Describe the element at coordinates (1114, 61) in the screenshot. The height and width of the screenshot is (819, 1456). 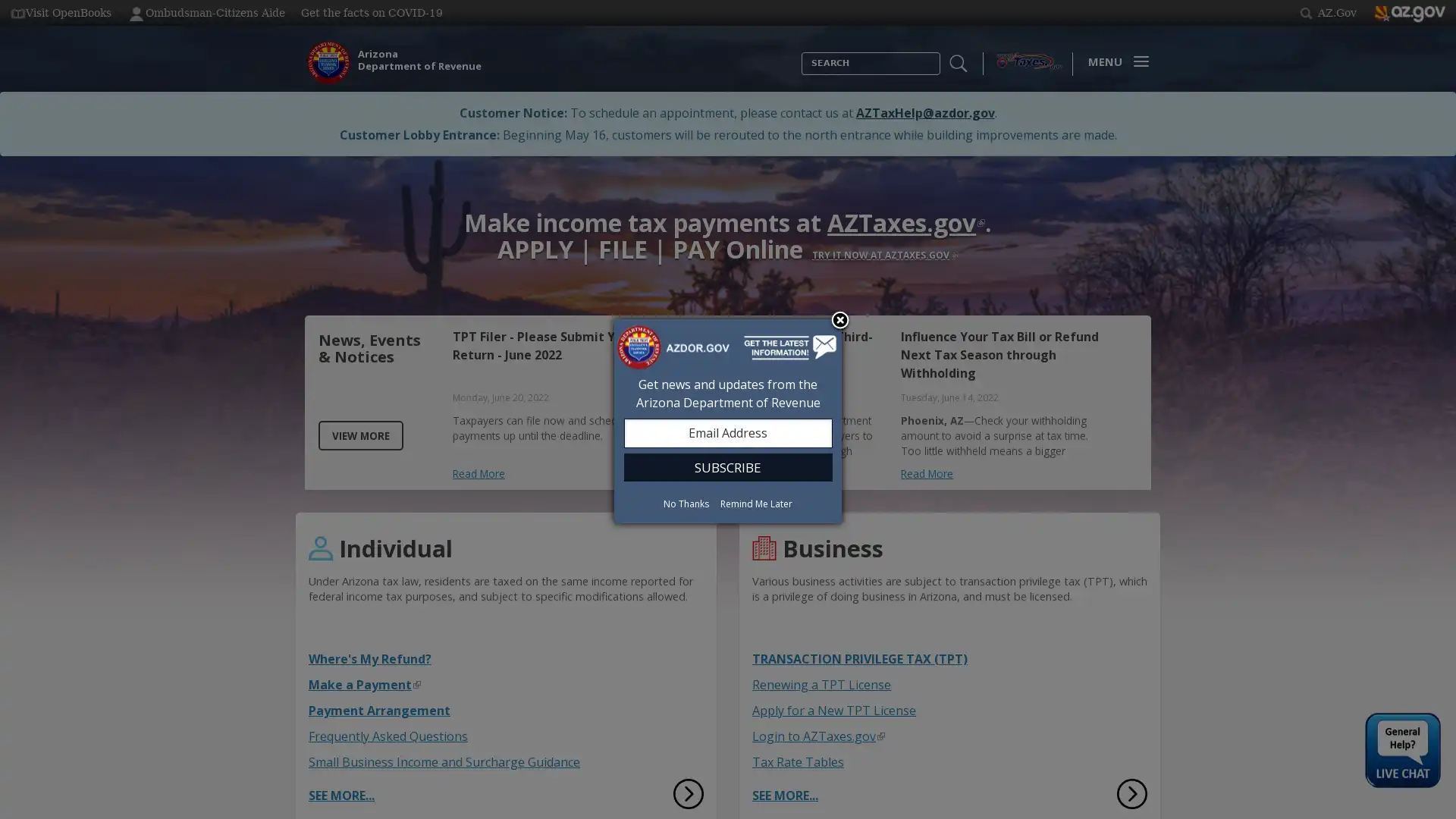
I see `MENU` at that location.